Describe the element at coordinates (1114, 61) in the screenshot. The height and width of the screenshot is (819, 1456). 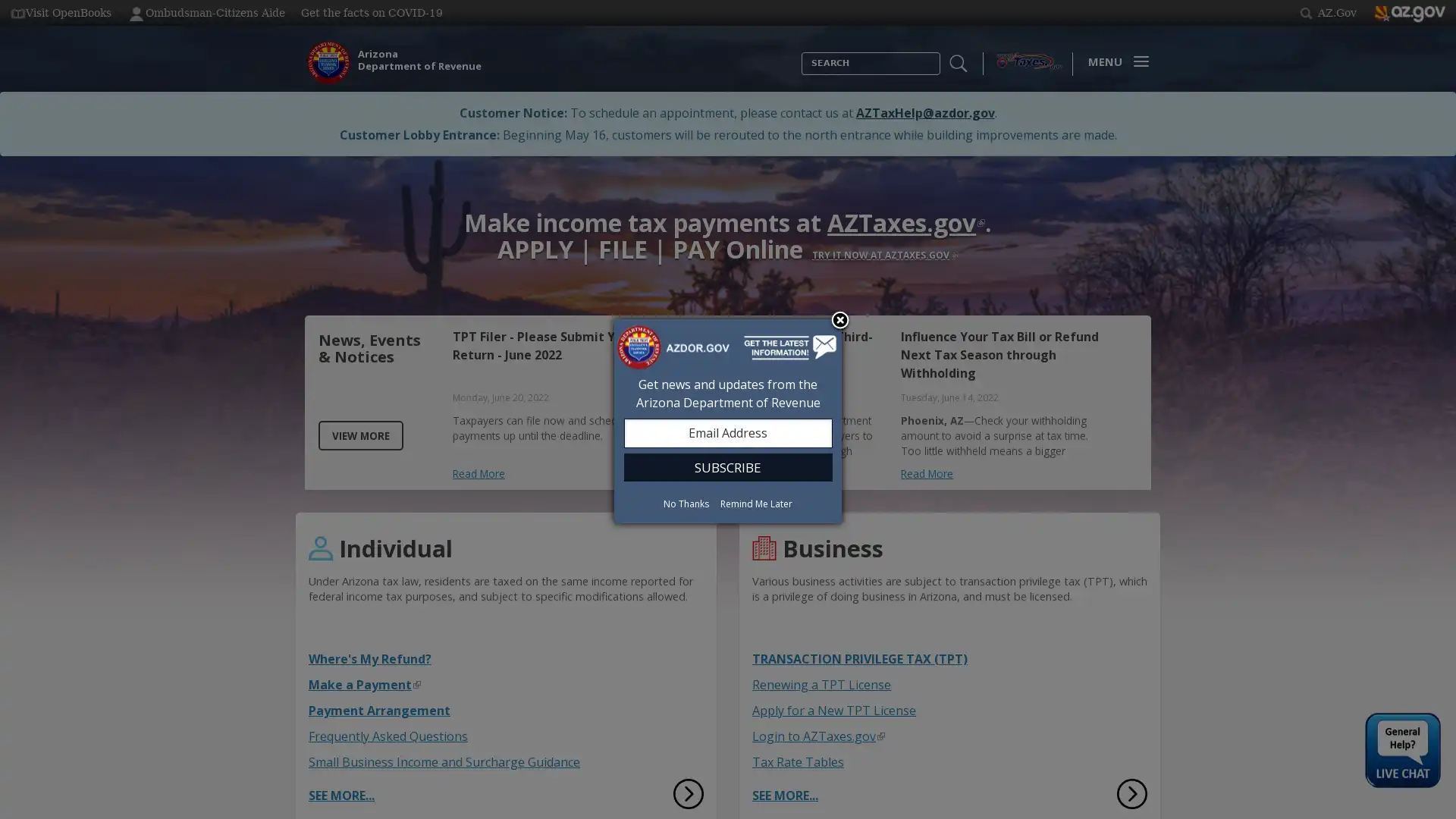
I see `MENU` at that location.